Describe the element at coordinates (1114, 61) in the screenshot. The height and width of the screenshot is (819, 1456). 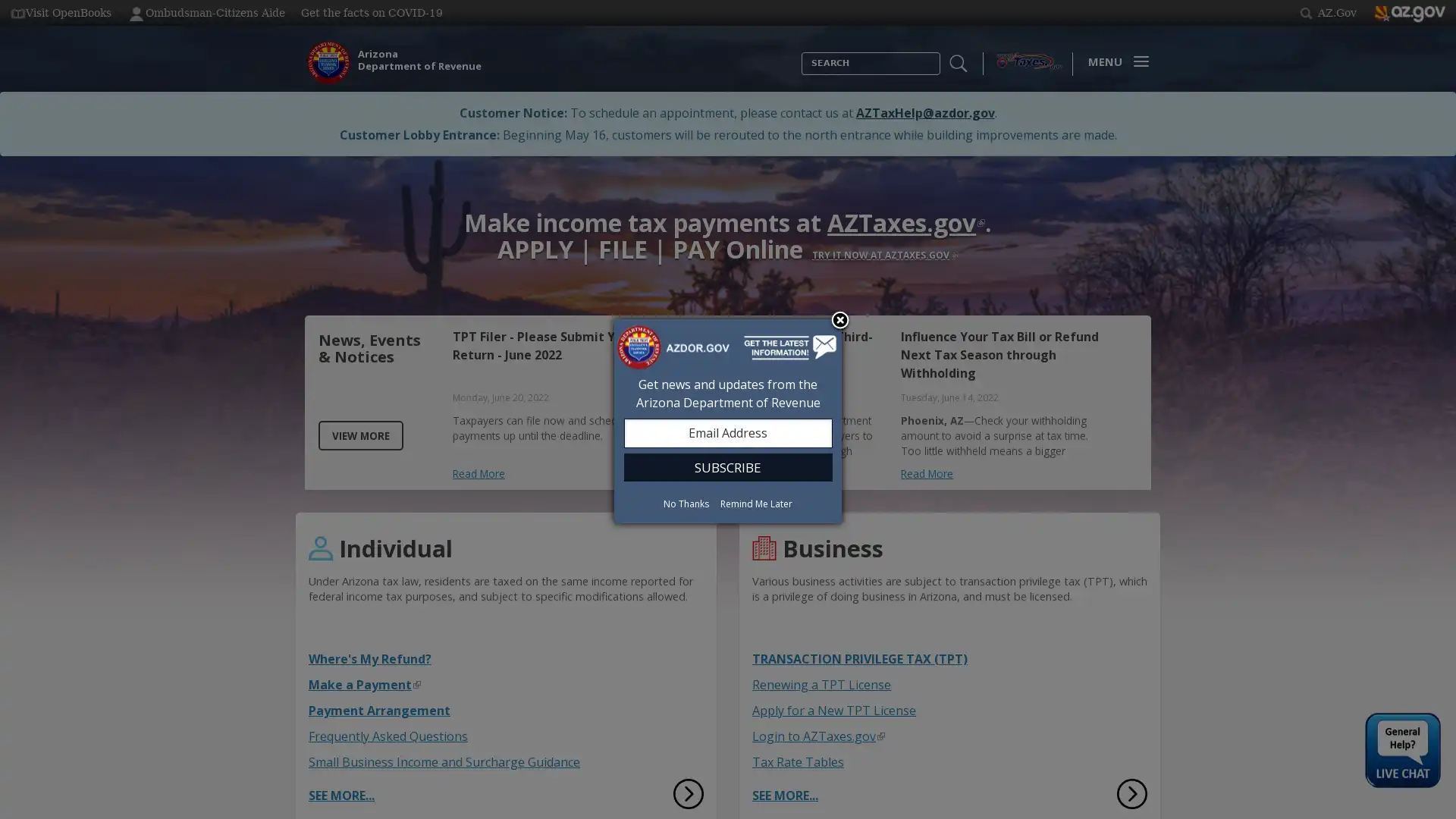
I see `MENU` at that location.